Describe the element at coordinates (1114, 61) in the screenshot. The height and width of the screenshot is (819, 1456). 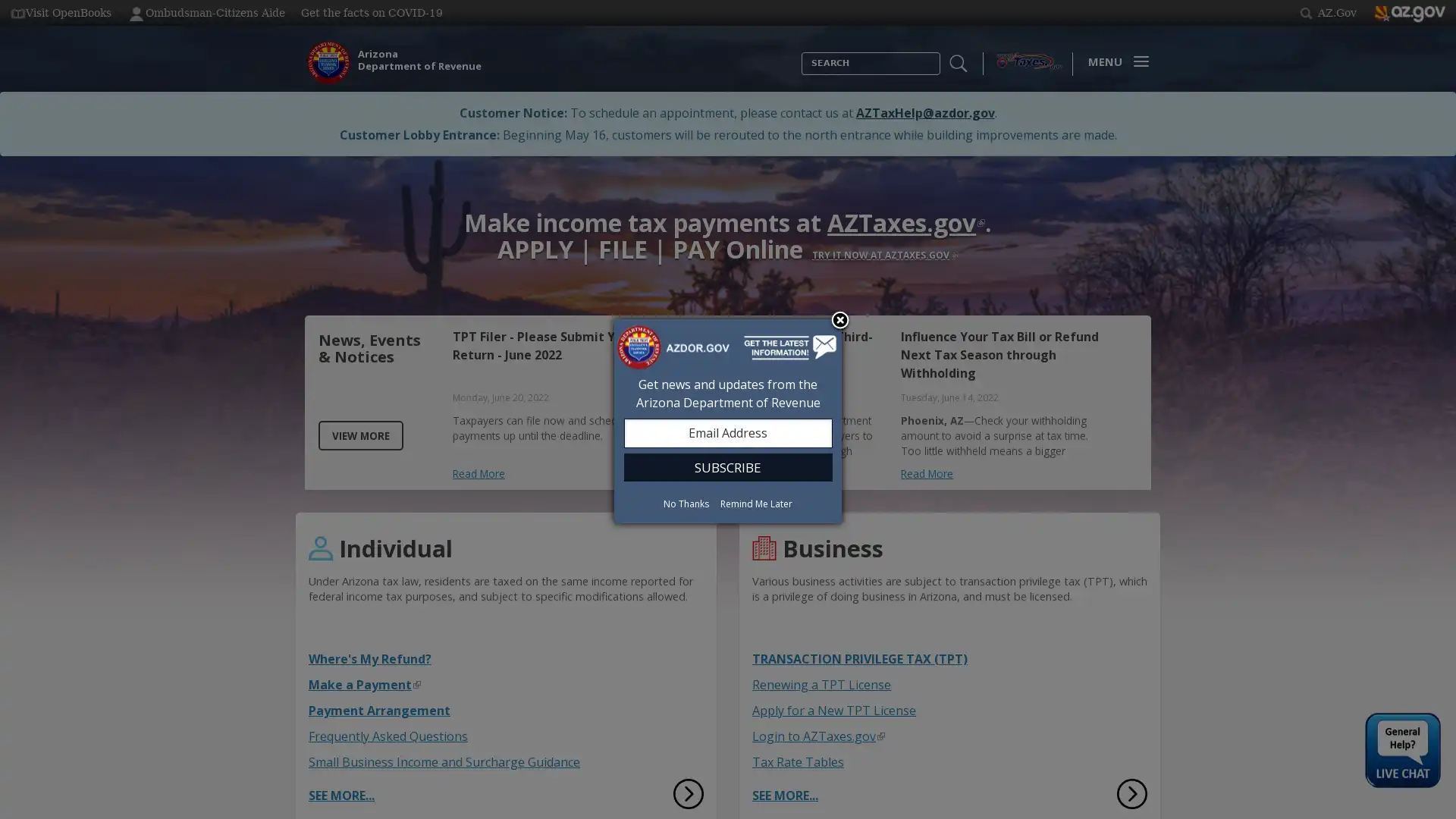
I see `MENU` at that location.